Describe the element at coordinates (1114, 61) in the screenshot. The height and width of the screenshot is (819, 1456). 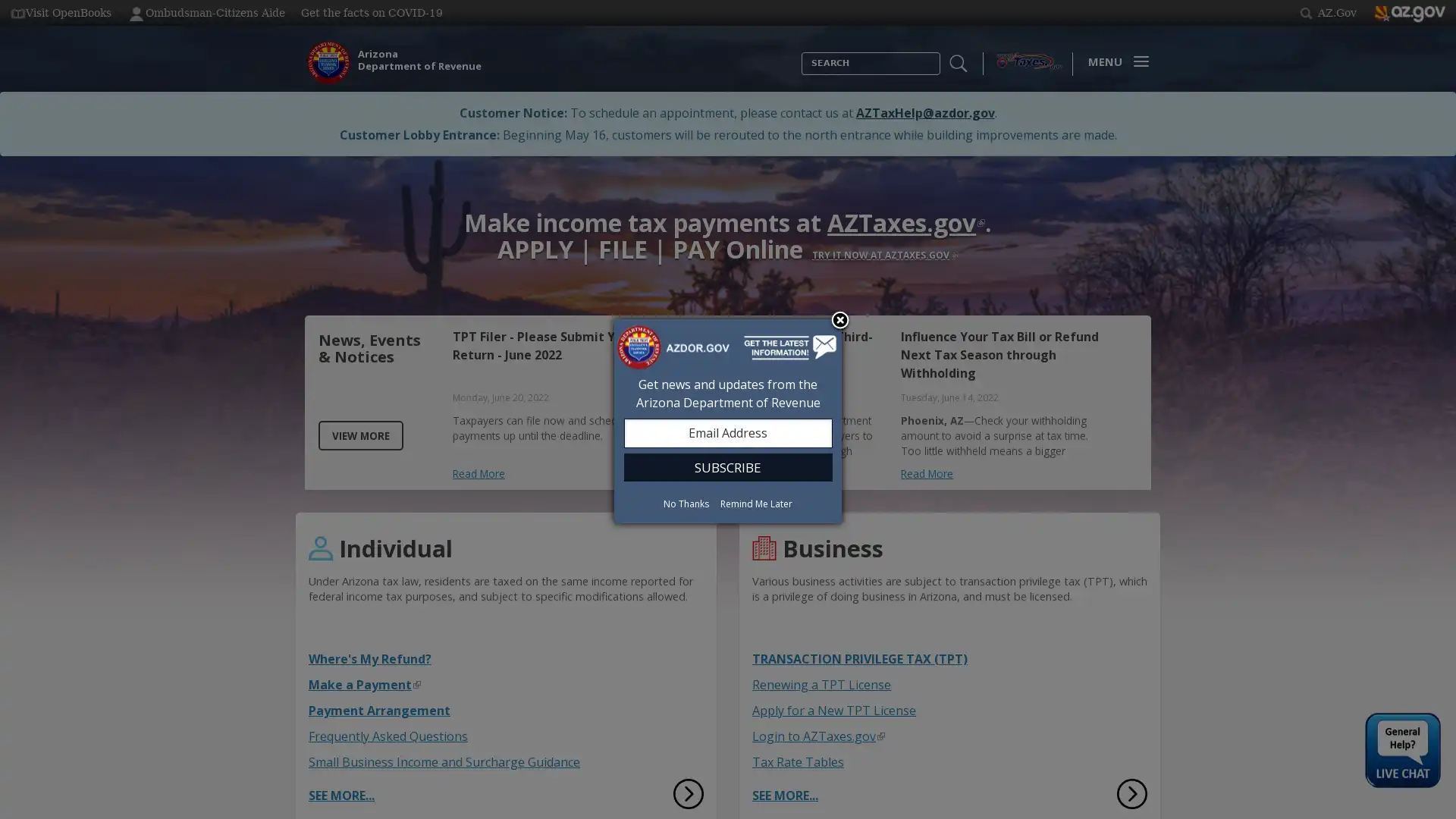
I see `MENU` at that location.